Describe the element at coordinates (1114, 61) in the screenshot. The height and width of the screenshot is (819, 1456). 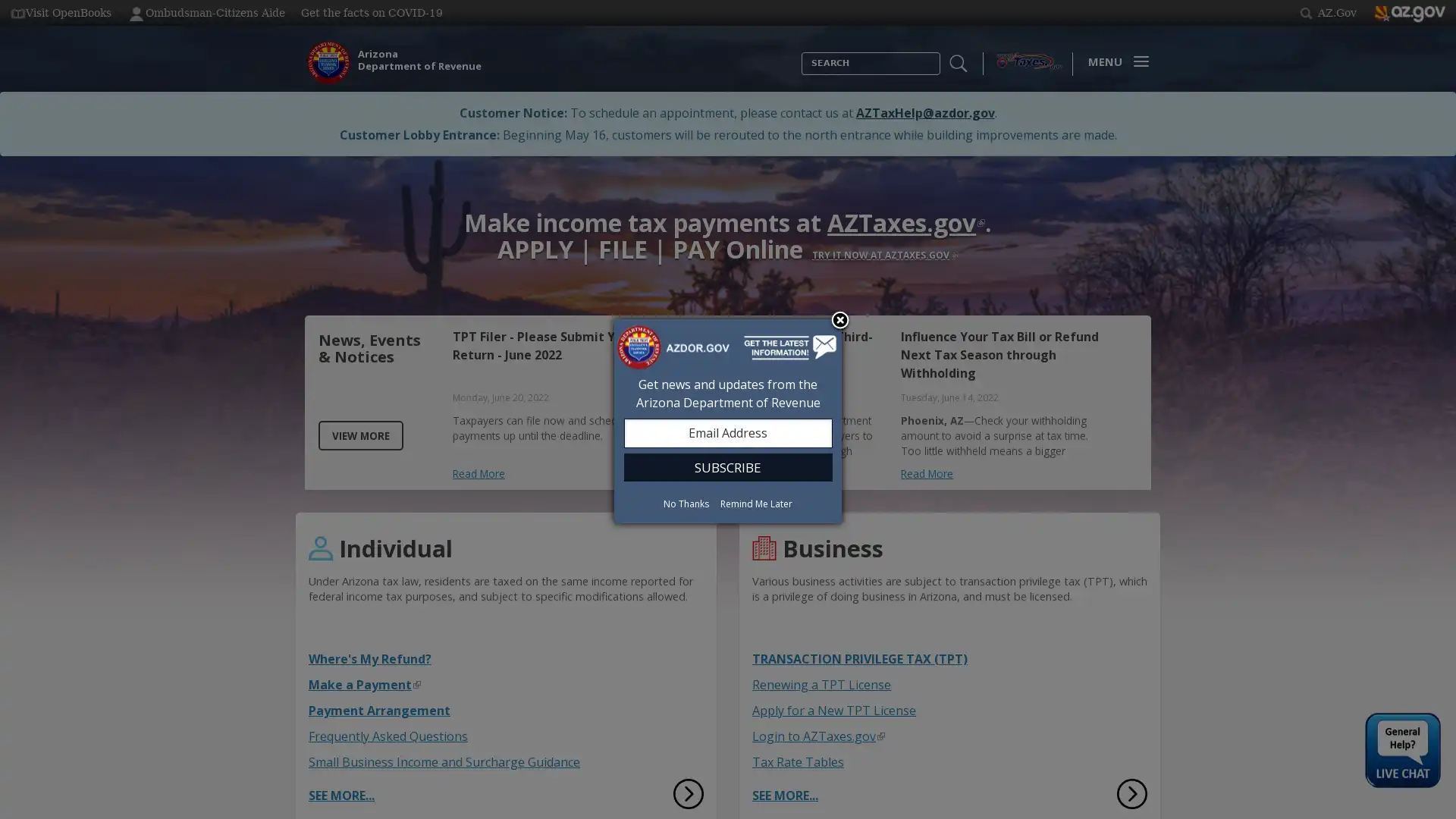
I see `MENU` at that location.